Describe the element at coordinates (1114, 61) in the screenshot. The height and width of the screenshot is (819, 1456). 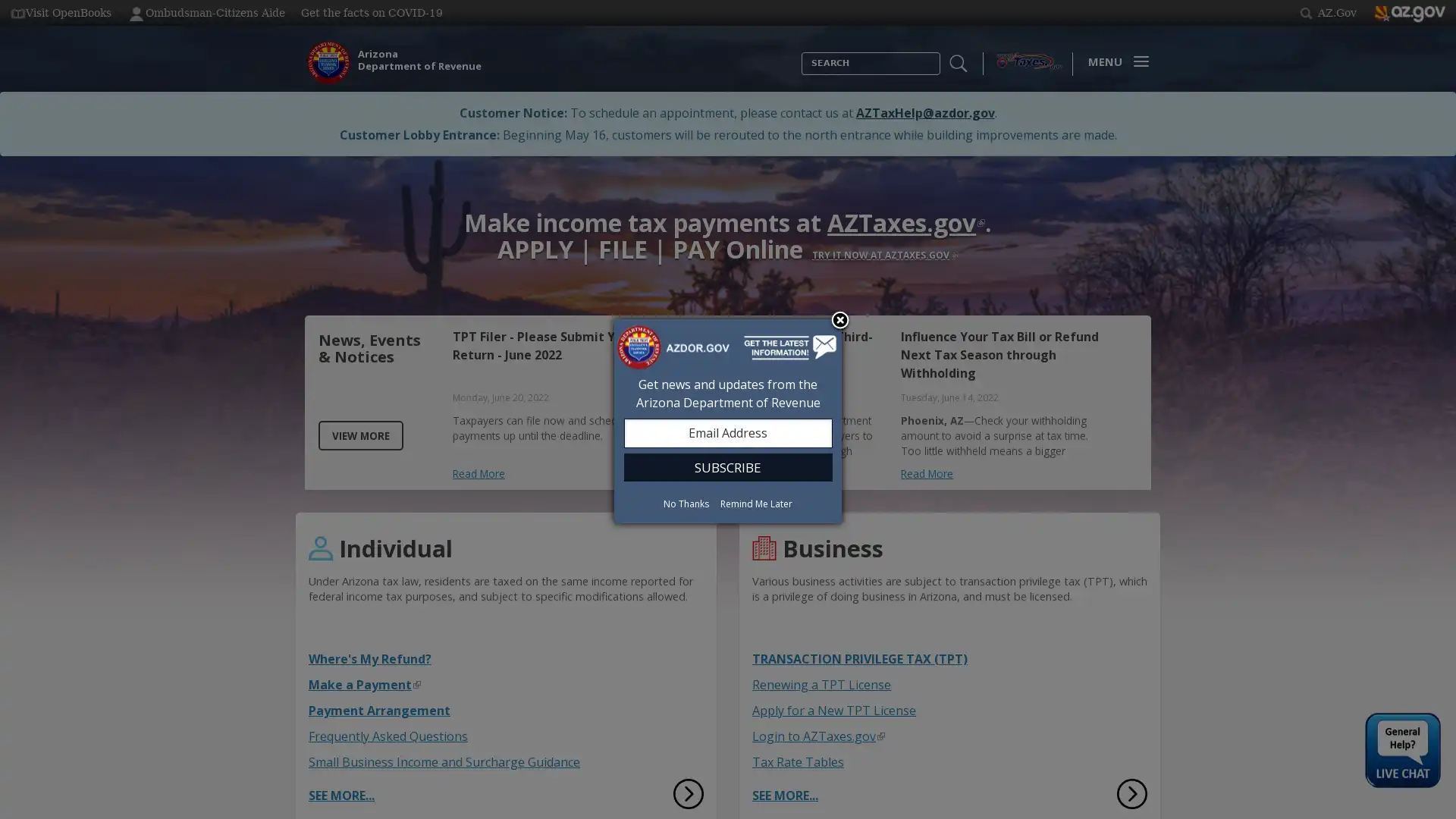
I see `MENU` at that location.